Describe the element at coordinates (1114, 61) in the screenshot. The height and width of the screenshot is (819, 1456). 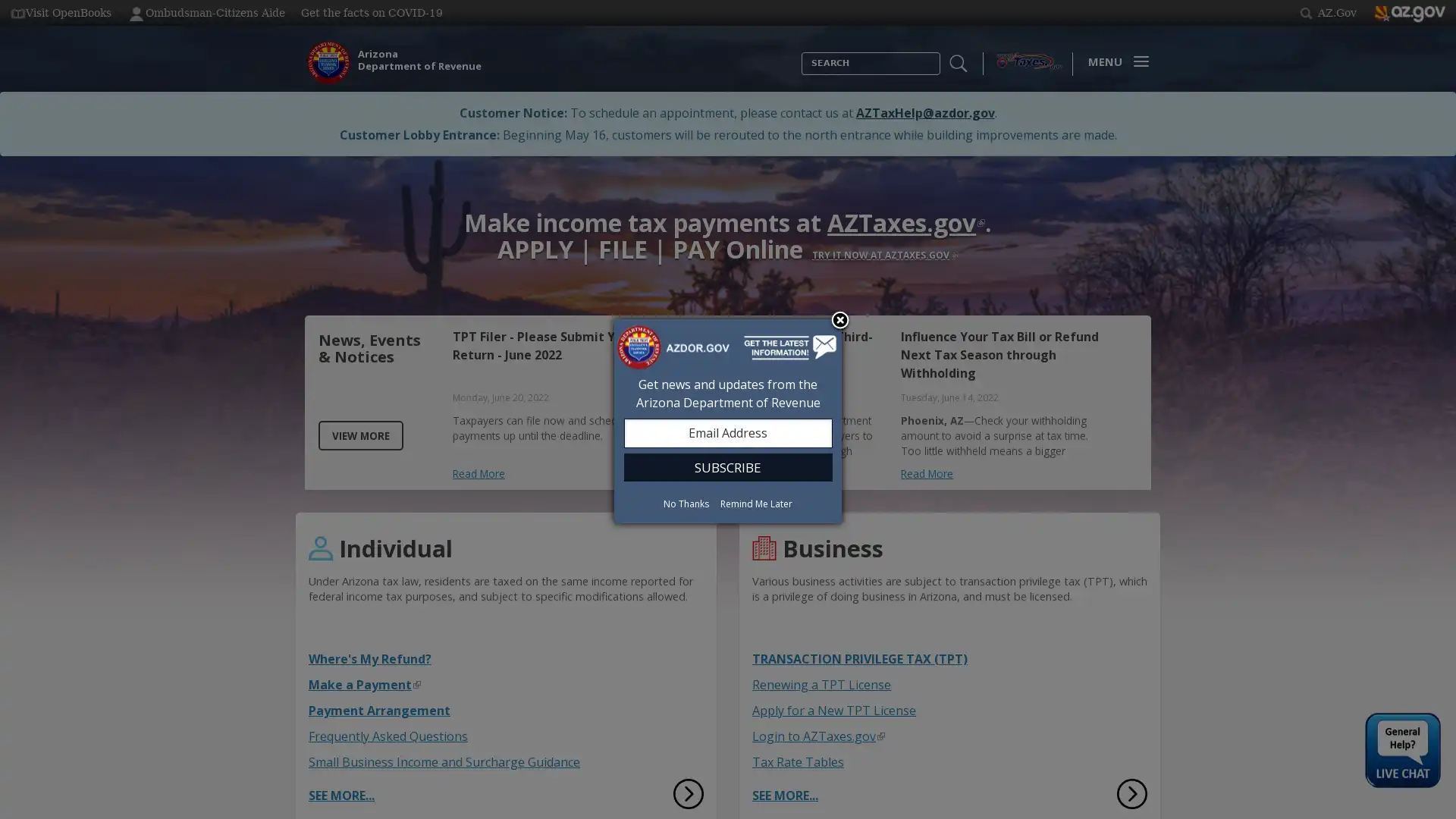
I see `MENU` at that location.